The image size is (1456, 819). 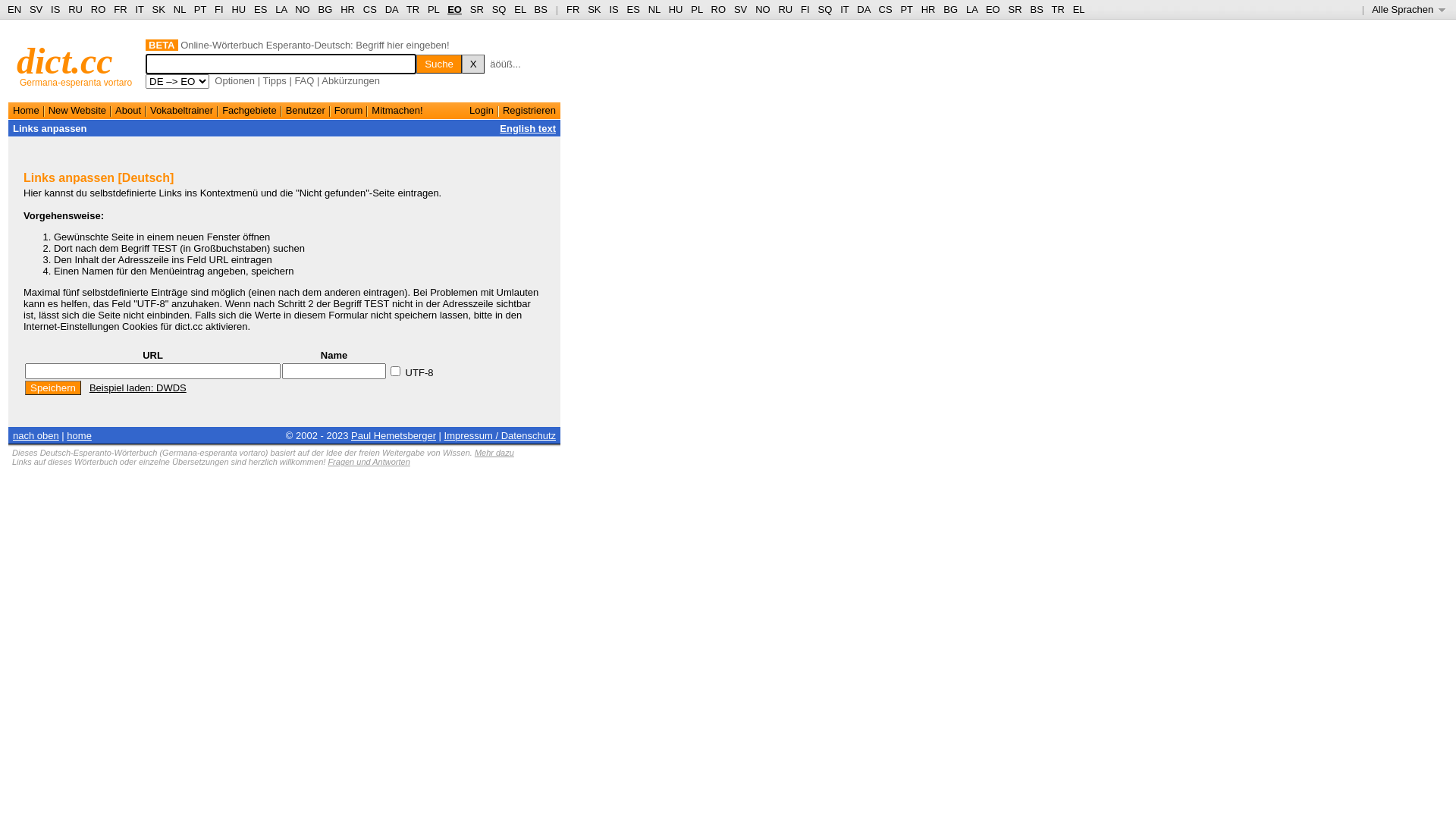 I want to click on 'nach oben', so click(x=36, y=435).